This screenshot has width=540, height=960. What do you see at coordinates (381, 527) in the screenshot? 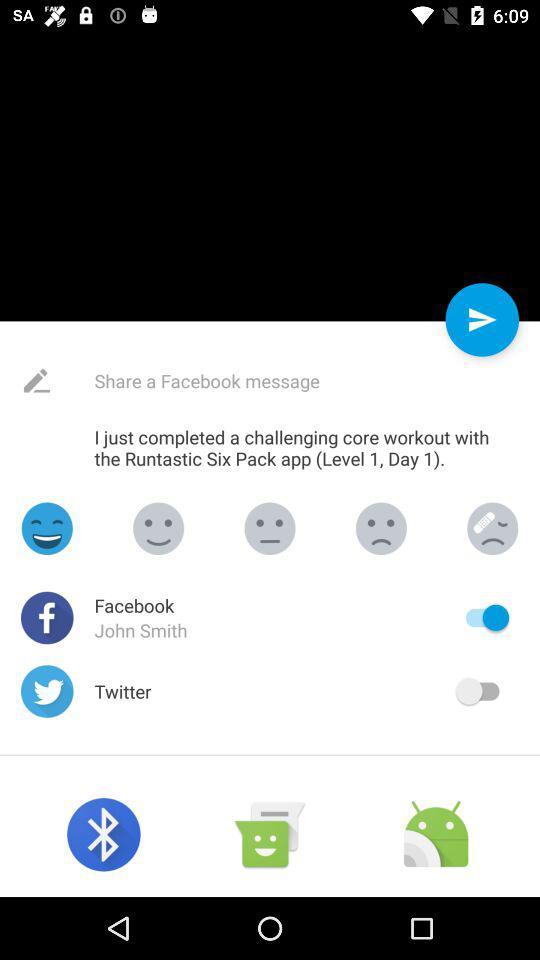
I see `the emoji icon` at bounding box center [381, 527].